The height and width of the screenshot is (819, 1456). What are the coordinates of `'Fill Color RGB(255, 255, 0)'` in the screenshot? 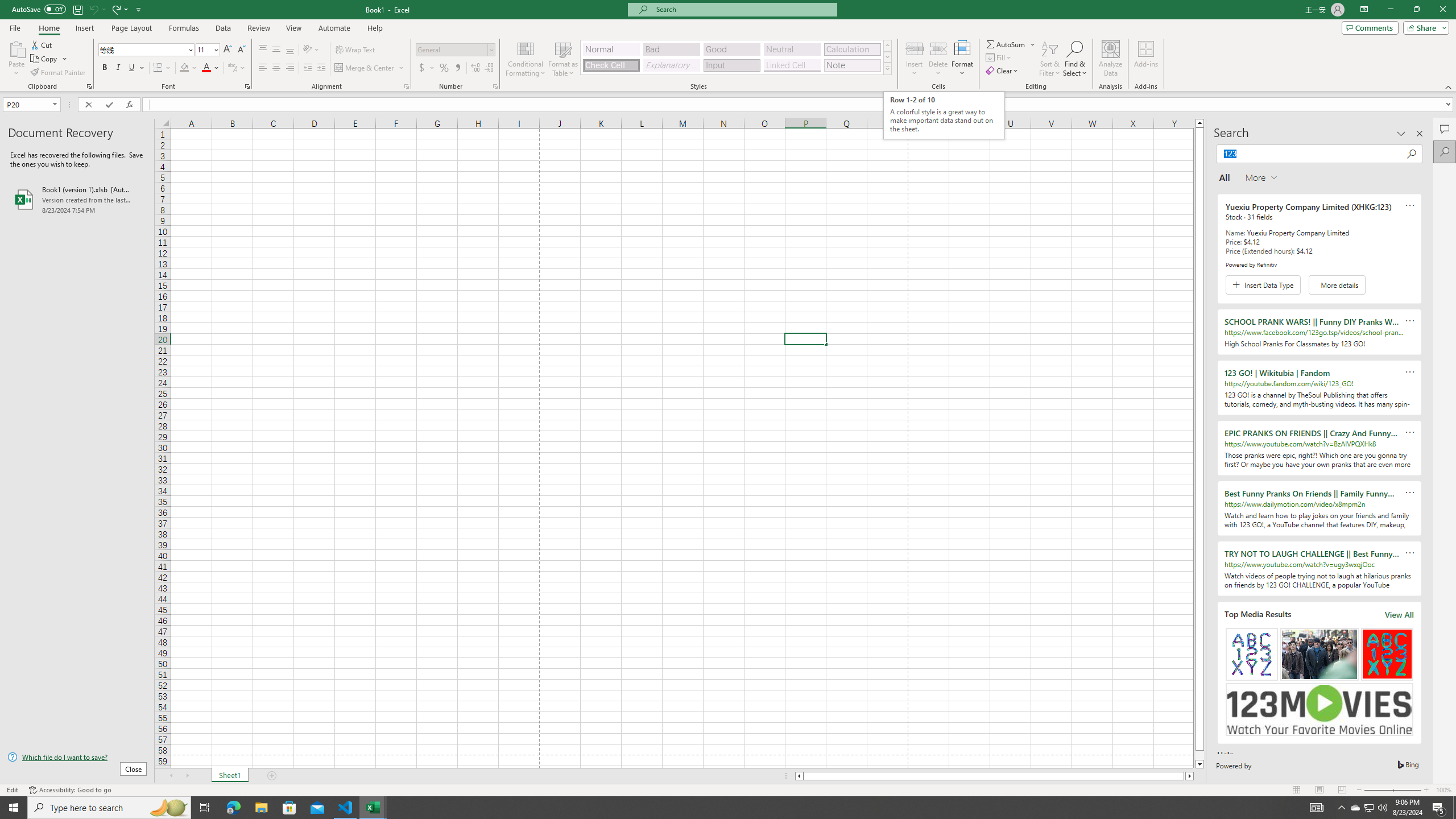 It's located at (183, 67).